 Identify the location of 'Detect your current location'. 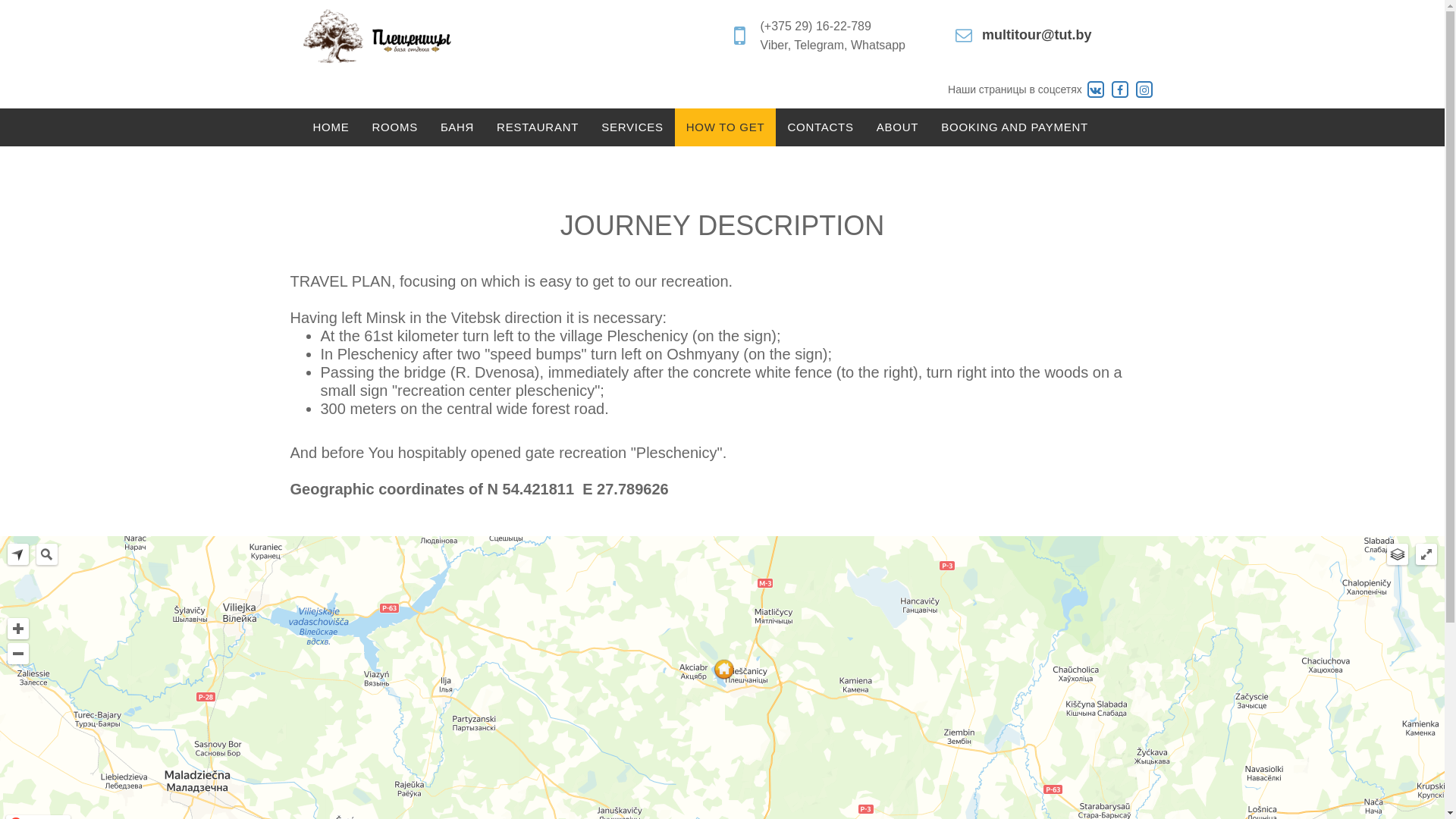
(18, 554).